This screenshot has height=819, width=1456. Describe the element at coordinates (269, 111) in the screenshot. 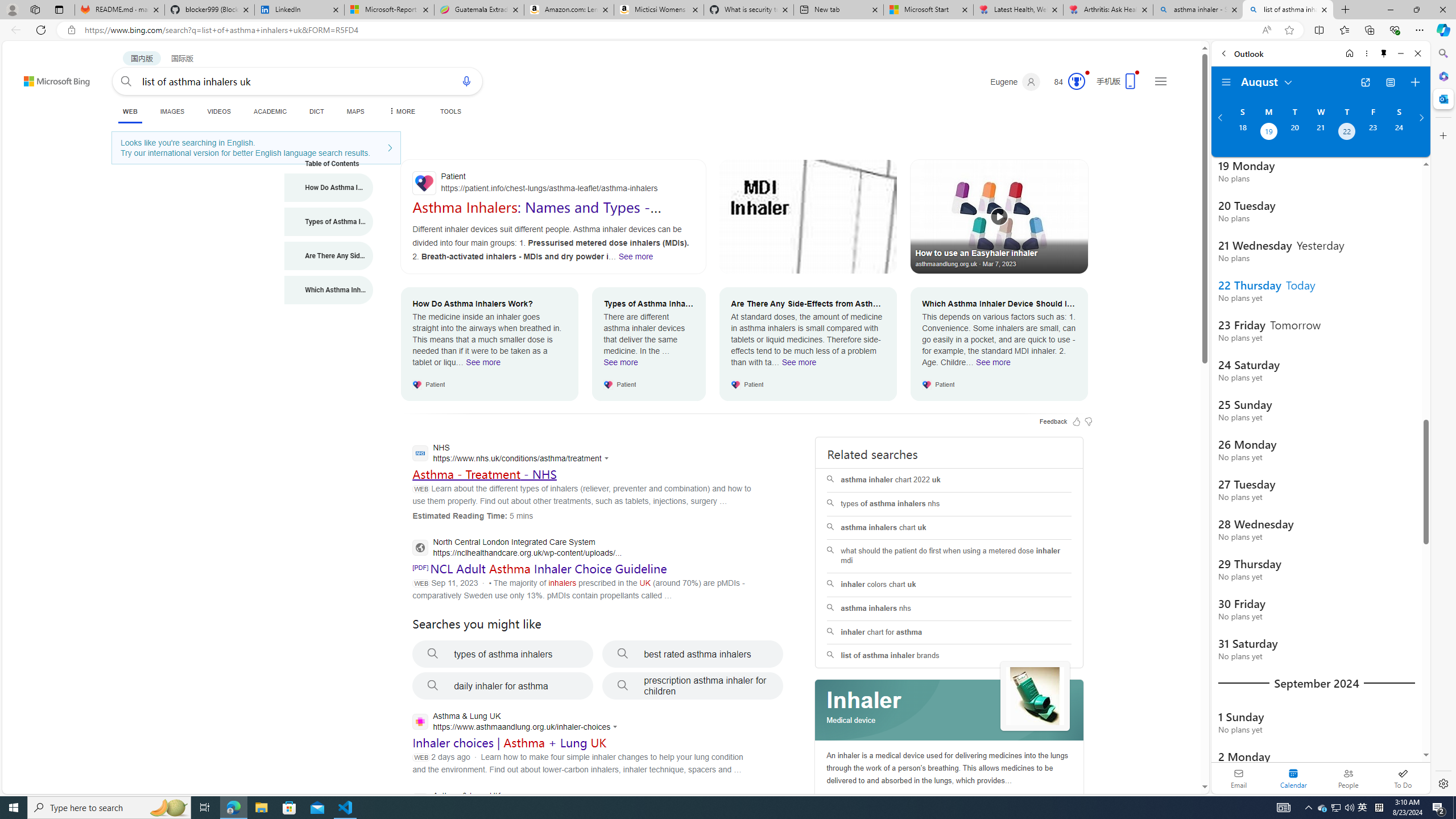

I see `'ACADEMIC'` at that location.